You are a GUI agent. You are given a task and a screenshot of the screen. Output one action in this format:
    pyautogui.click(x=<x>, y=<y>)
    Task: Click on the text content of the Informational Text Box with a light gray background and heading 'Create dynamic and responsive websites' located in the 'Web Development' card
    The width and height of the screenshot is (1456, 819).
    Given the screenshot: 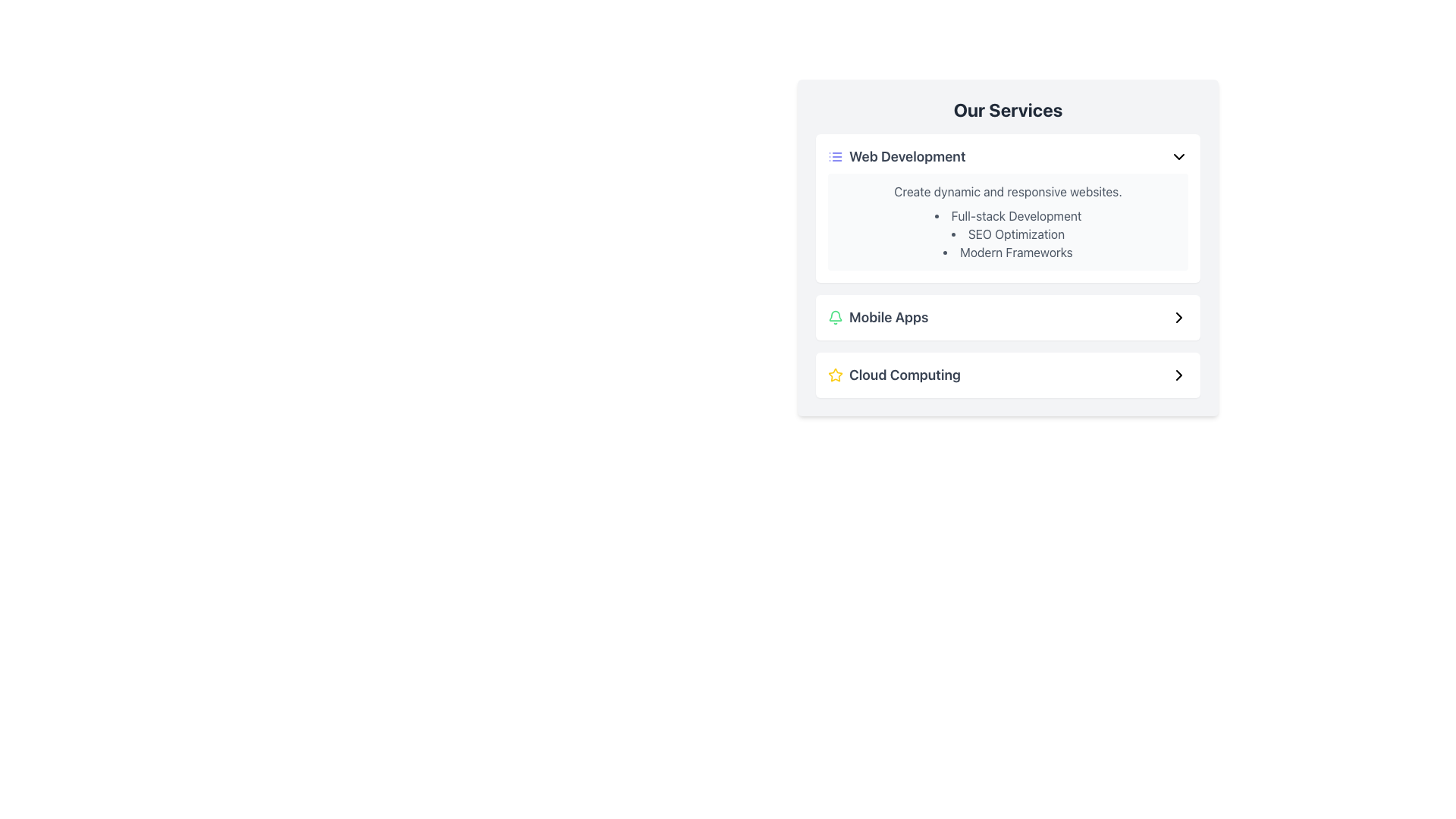 What is the action you would take?
    pyautogui.click(x=1008, y=222)
    